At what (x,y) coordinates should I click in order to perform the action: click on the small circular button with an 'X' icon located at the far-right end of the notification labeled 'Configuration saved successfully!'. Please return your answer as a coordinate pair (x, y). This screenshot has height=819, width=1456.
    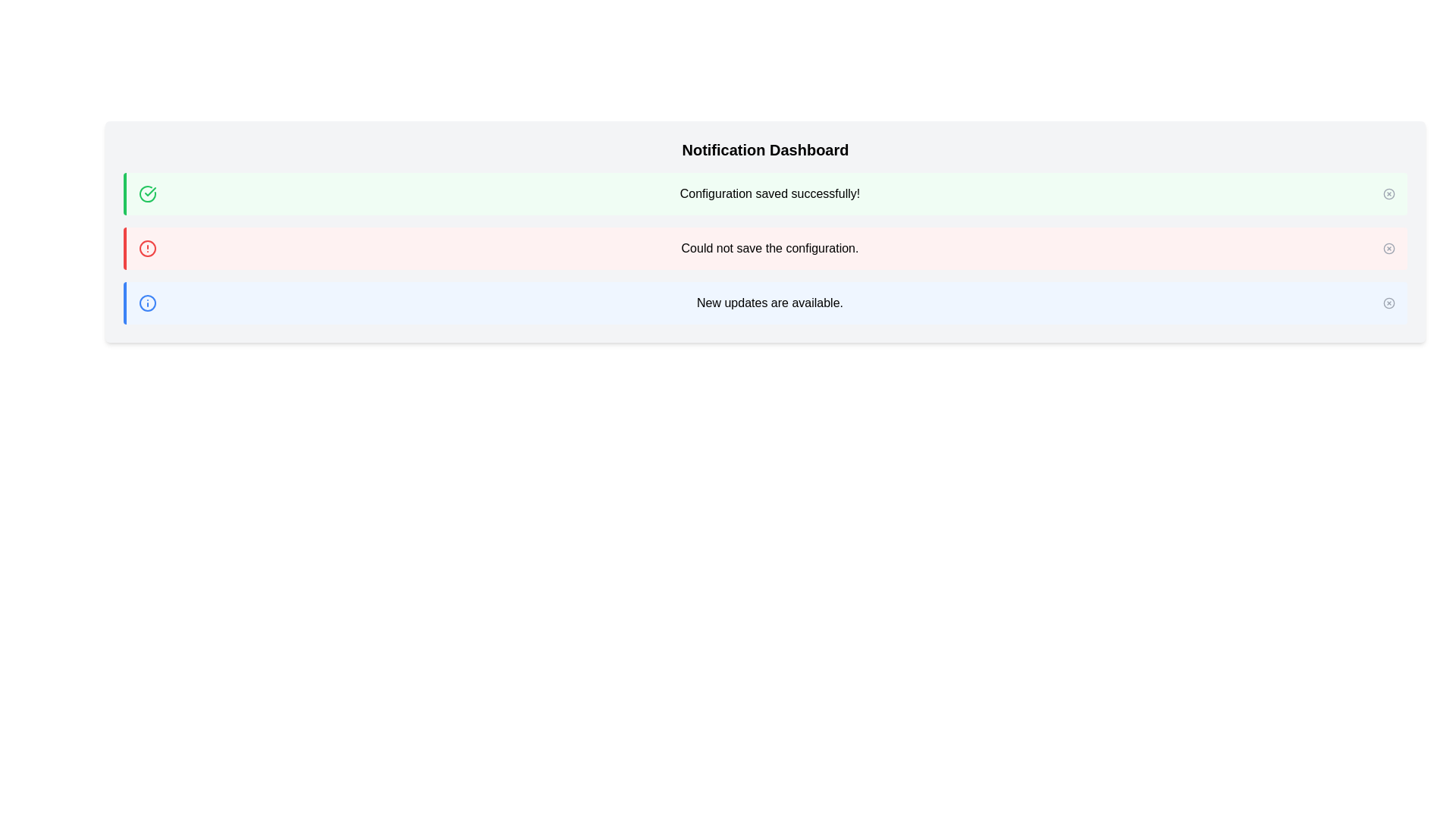
    Looking at the image, I should click on (1389, 193).